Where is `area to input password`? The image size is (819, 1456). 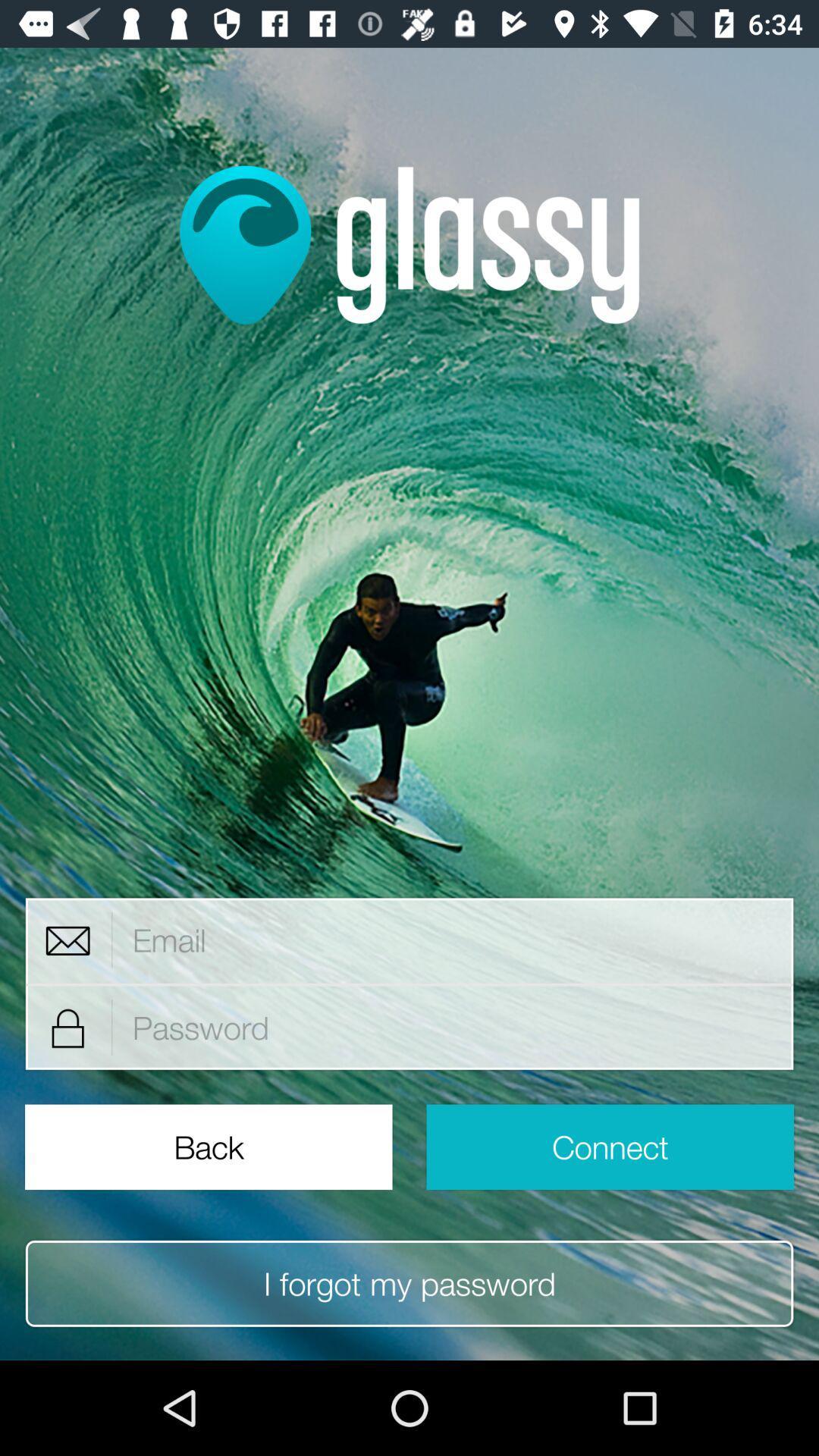 area to input password is located at coordinates (453, 1028).